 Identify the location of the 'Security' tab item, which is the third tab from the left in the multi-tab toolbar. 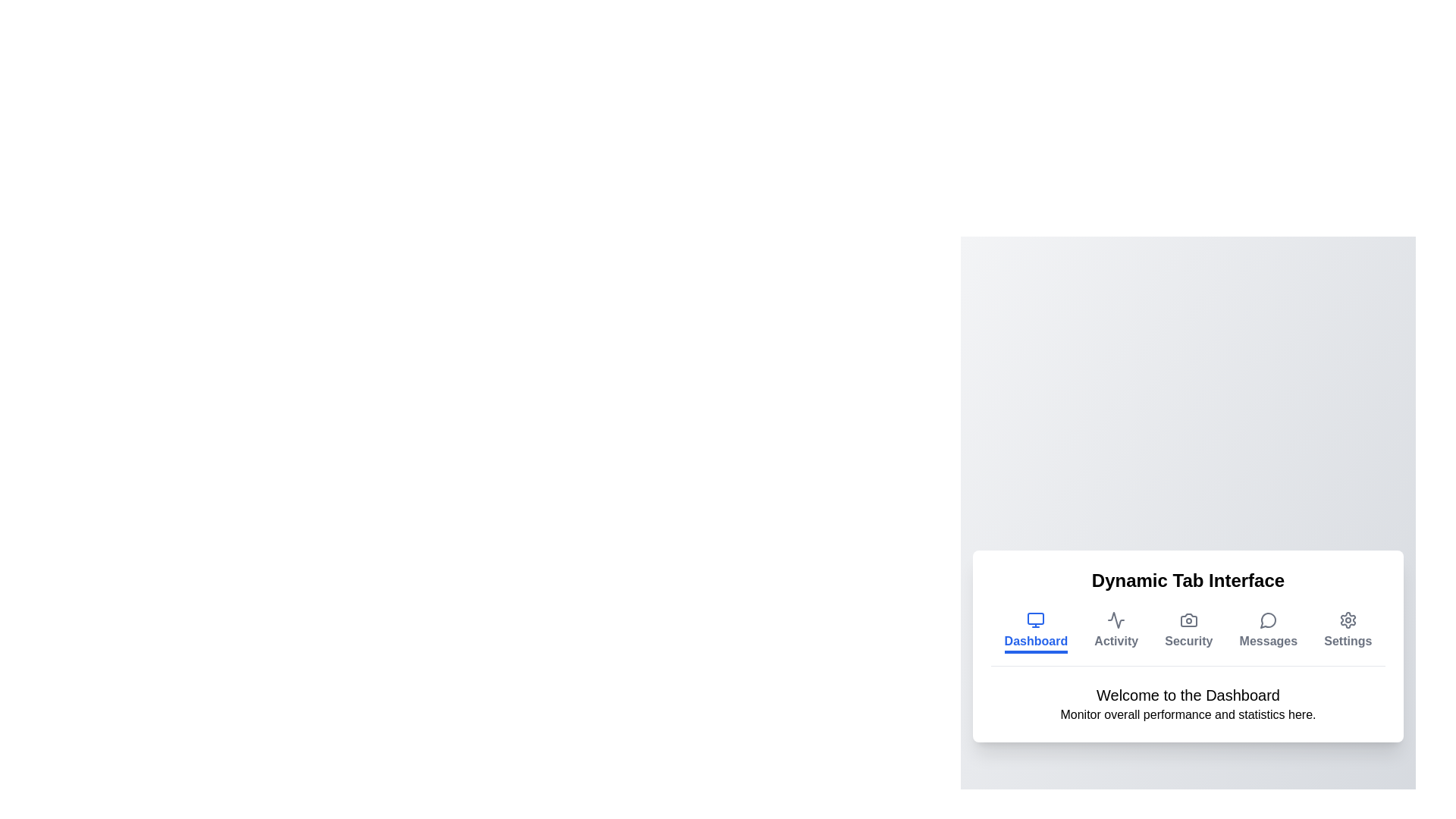
(1187, 638).